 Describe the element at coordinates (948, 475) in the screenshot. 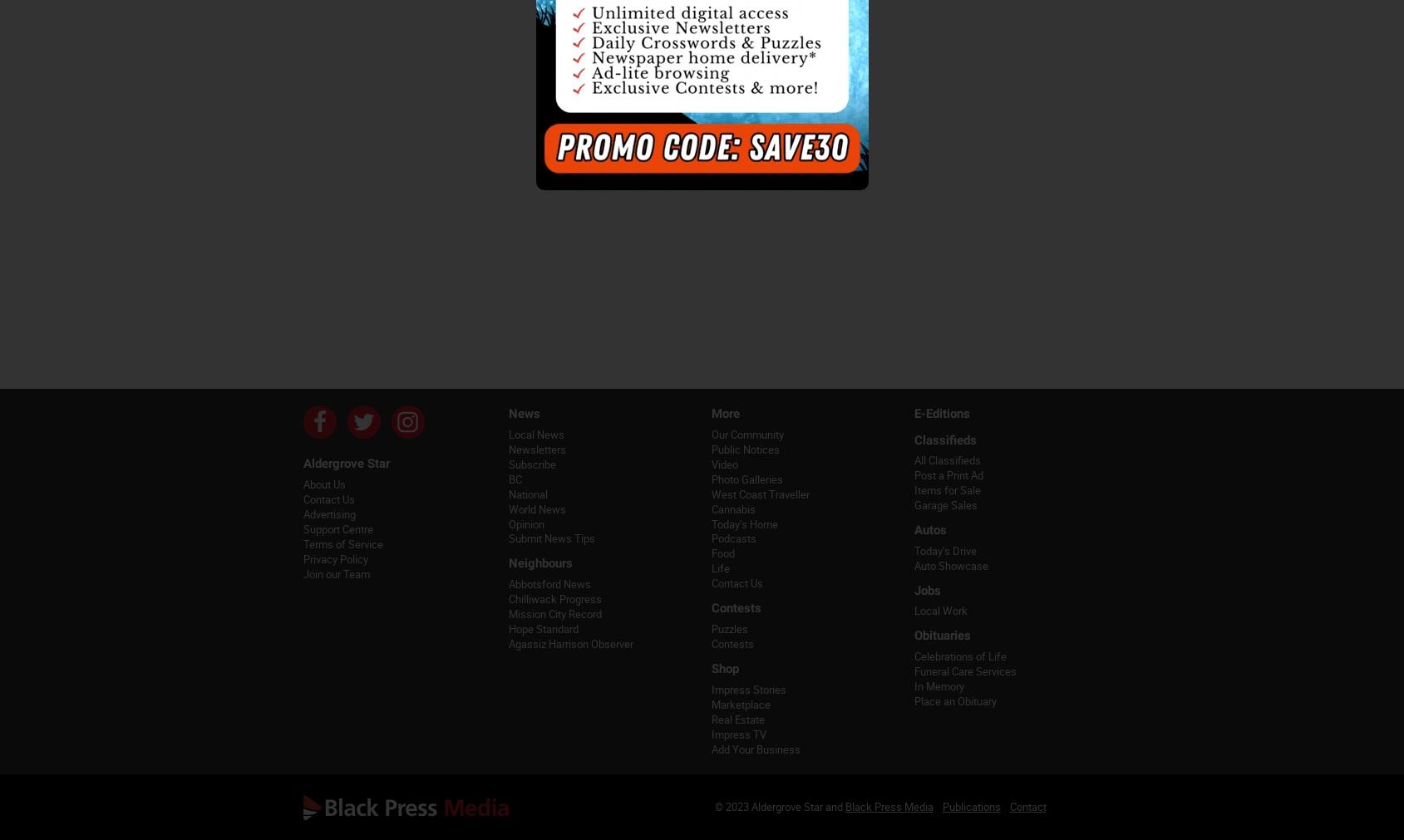

I see `'Post a Print Ad'` at that location.